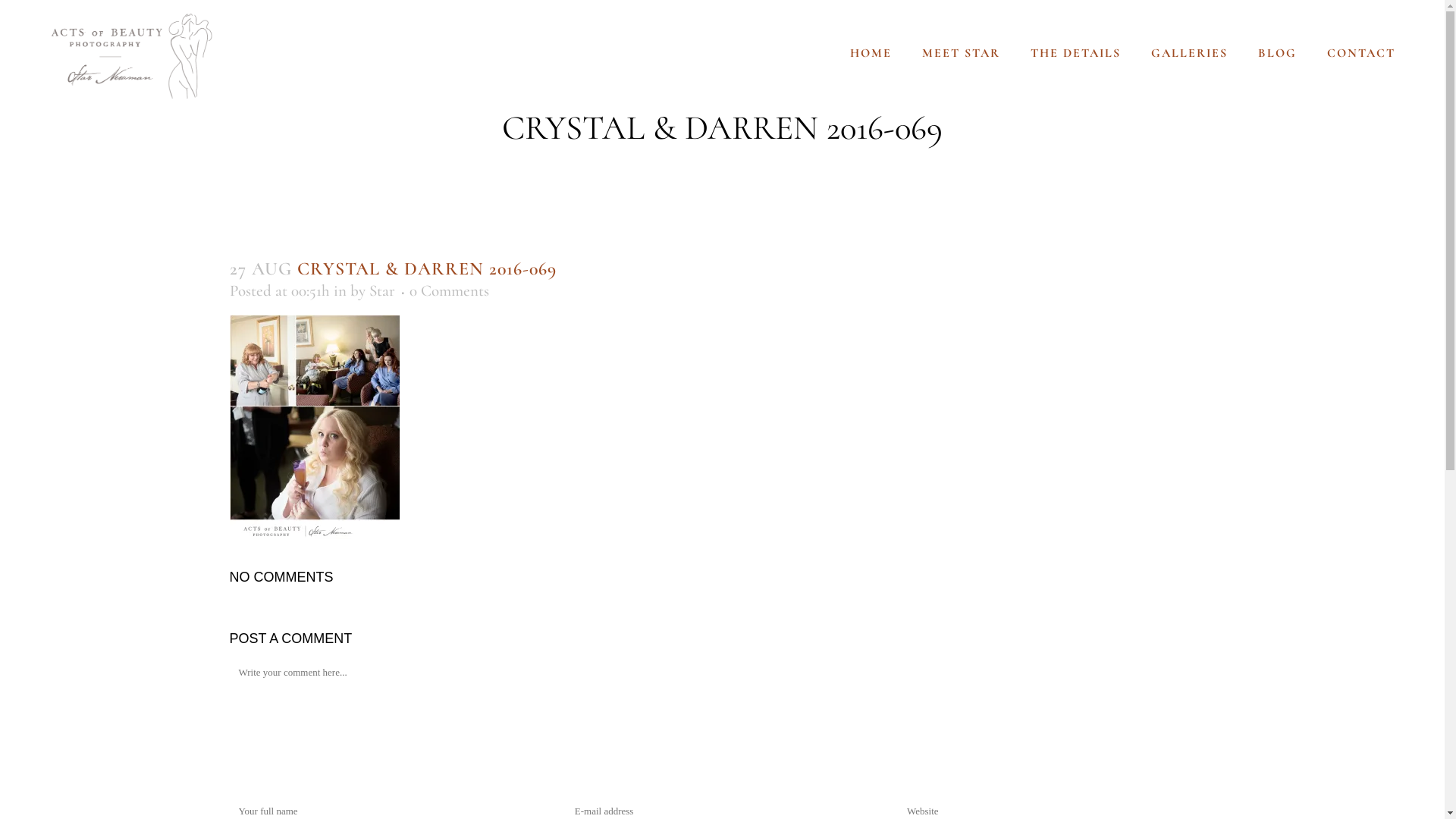 The image size is (1456, 819). I want to click on 'GALLERIES', so click(1188, 52).